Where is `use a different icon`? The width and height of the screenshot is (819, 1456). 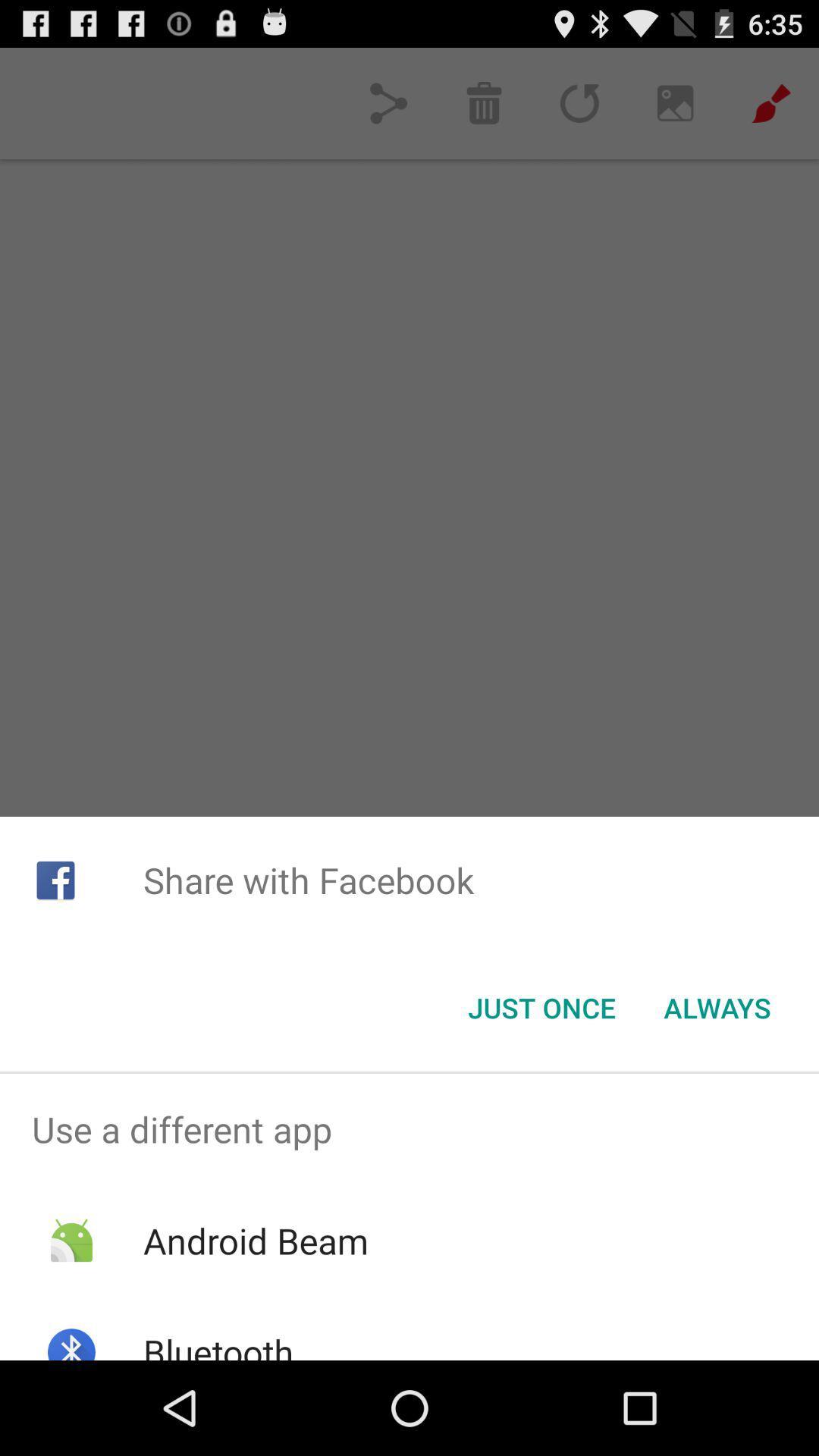 use a different icon is located at coordinates (409, 1129).